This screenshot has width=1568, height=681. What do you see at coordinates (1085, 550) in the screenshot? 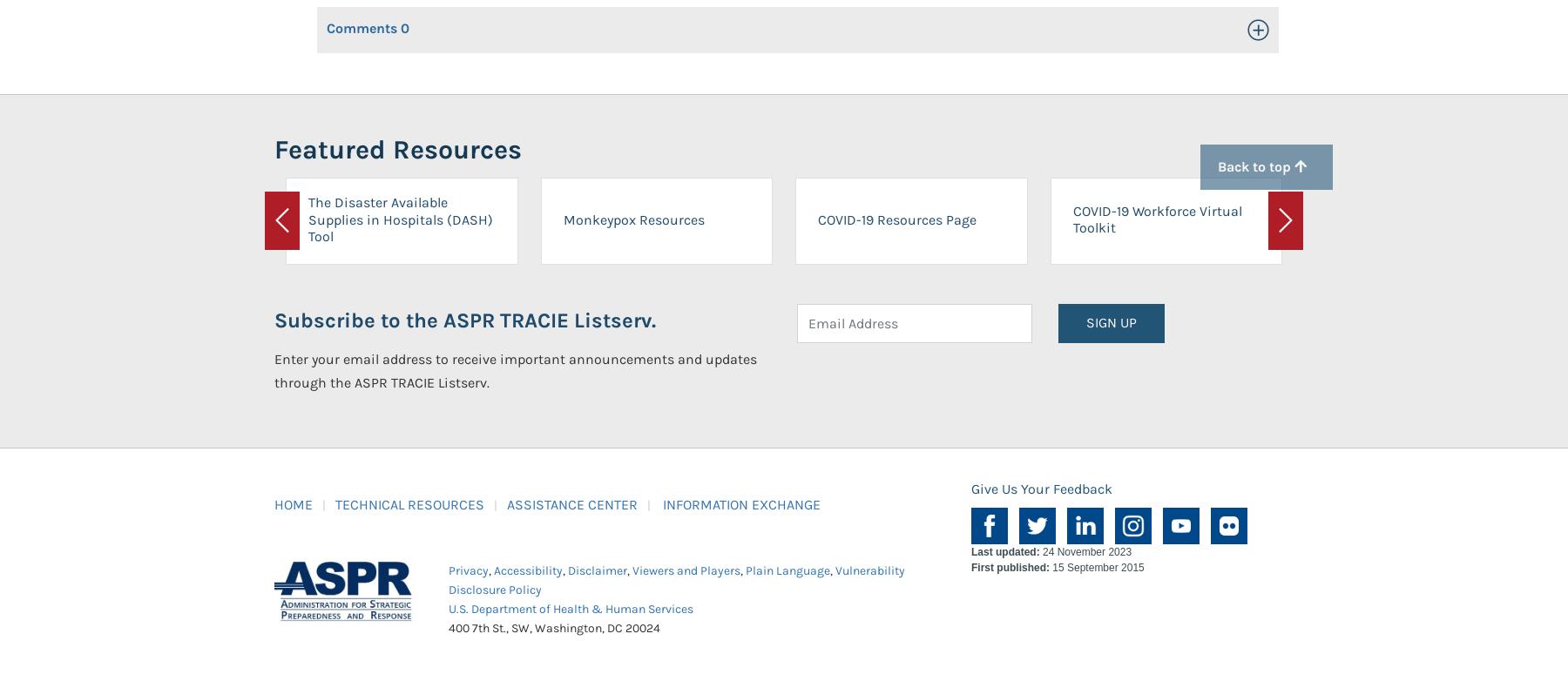
I see `'24 November 2023'` at bounding box center [1085, 550].